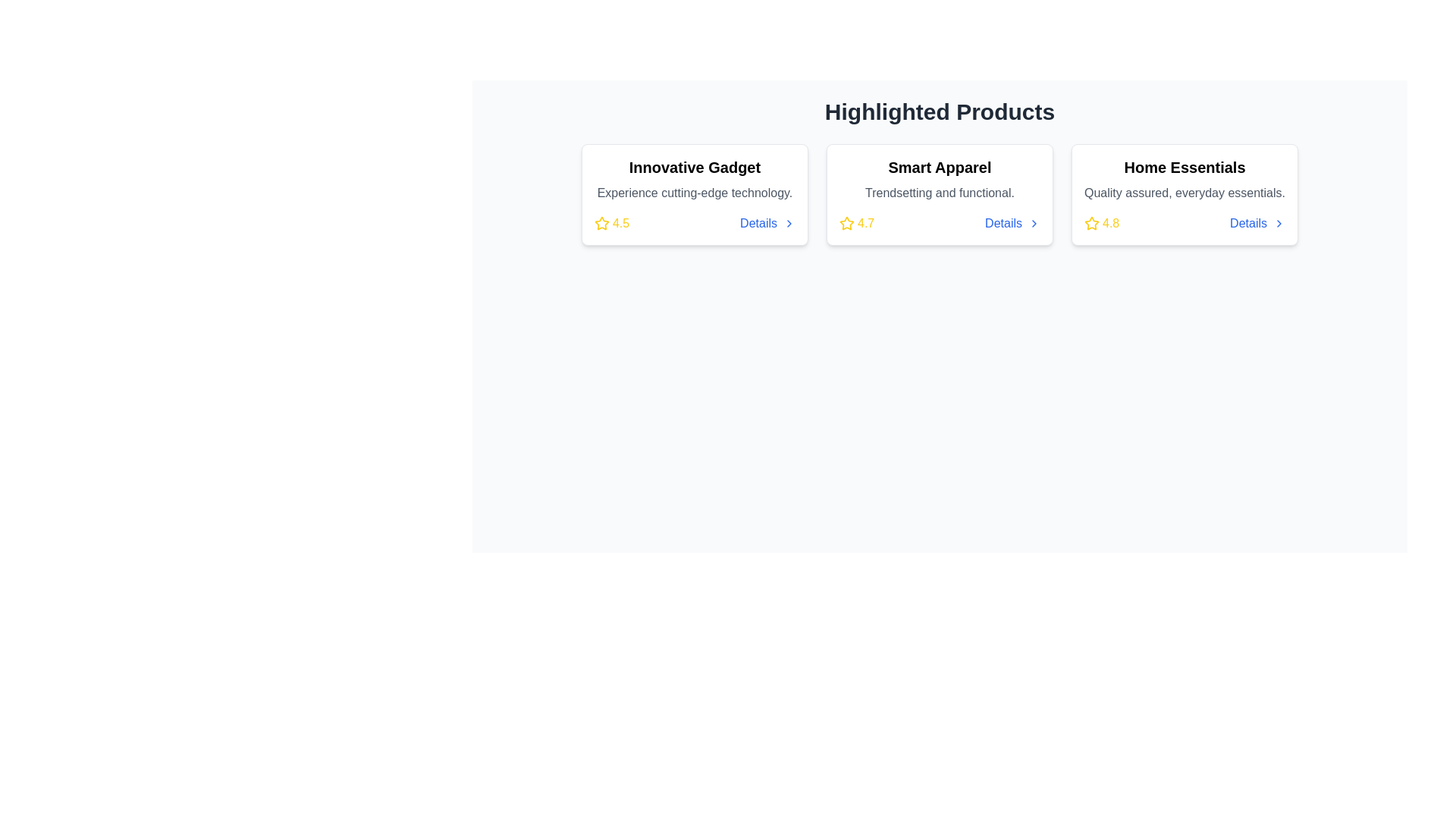 This screenshot has width=1456, height=819. Describe the element at coordinates (939, 192) in the screenshot. I see `the text label element that provides a descriptive tagline for the 'Smart Apparel' product, positioned below the title and above the rating and details section` at that location.